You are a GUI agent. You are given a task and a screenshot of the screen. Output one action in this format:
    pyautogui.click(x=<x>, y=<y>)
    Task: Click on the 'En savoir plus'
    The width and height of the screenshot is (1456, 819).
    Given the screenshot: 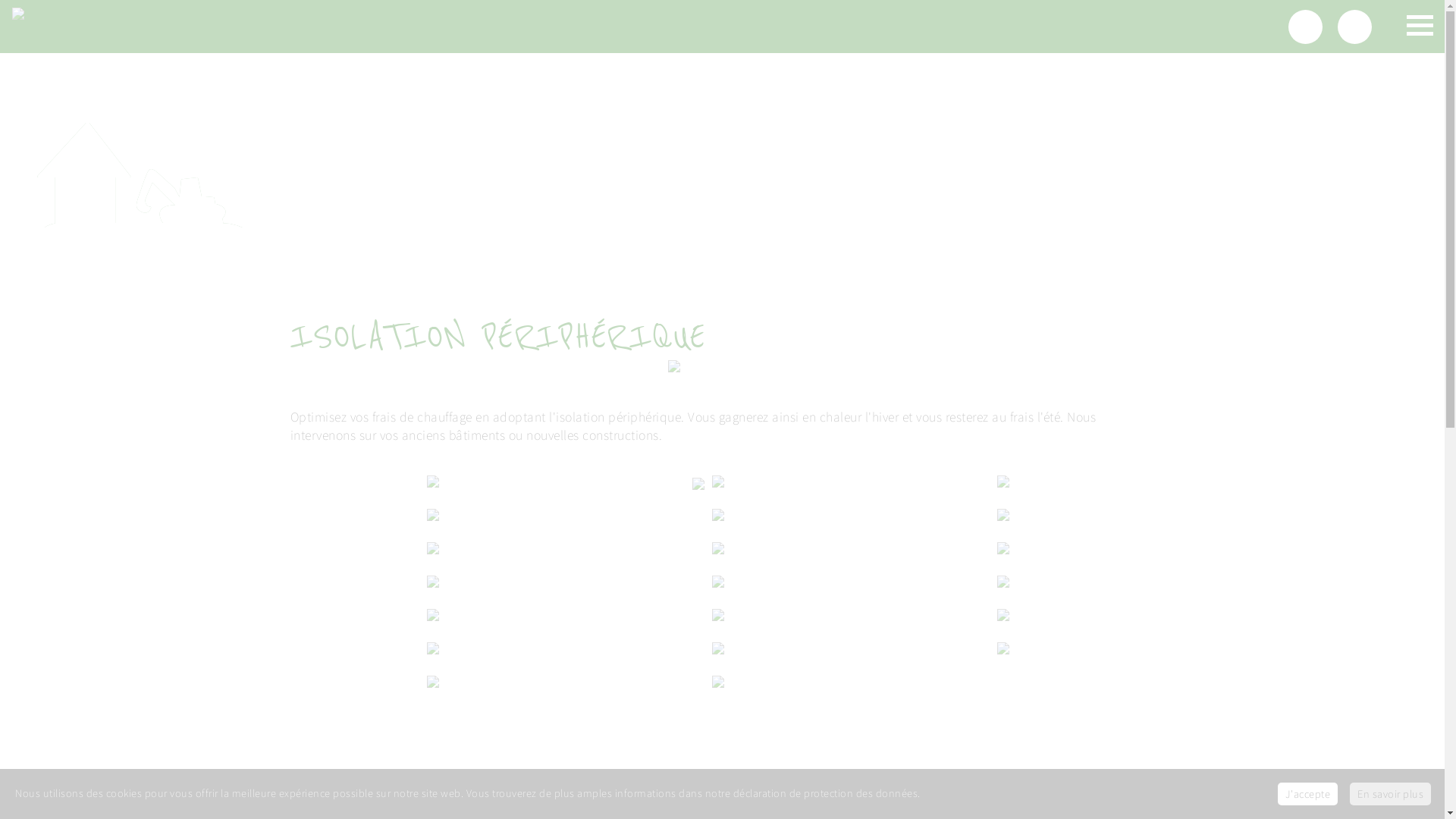 What is the action you would take?
    pyautogui.click(x=1350, y=792)
    